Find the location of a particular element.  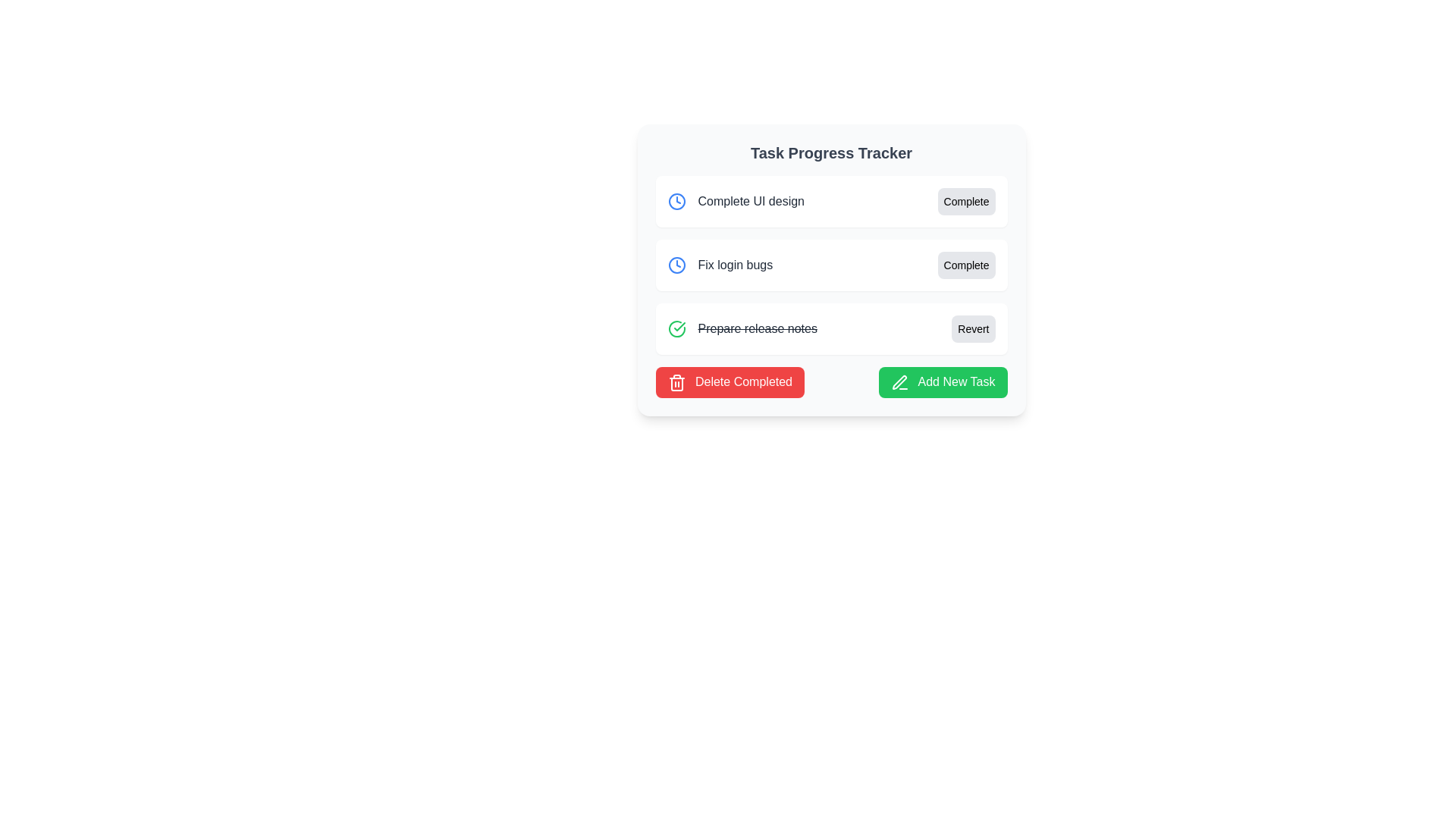

the decorative status icon indicating task completion located to the left of the task text 'Prepare release notes' in the Task Progress Tracker is located at coordinates (676, 328).